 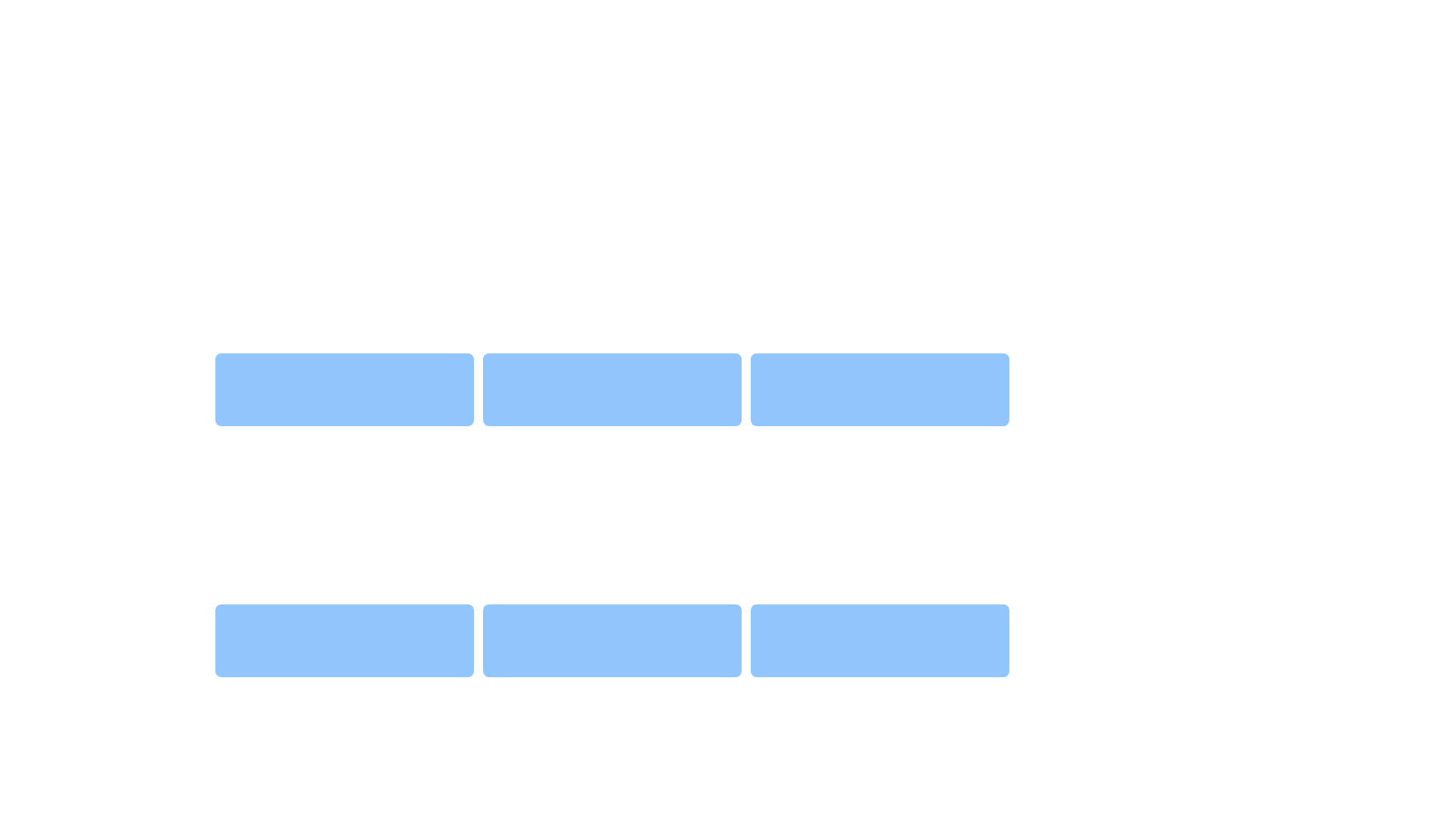 What do you see at coordinates (880, 388) in the screenshot?
I see `the third element in the first row of the grid layout, which is a static visual Rectangle used for aesthetic or organizational purposes` at bounding box center [880, 388].